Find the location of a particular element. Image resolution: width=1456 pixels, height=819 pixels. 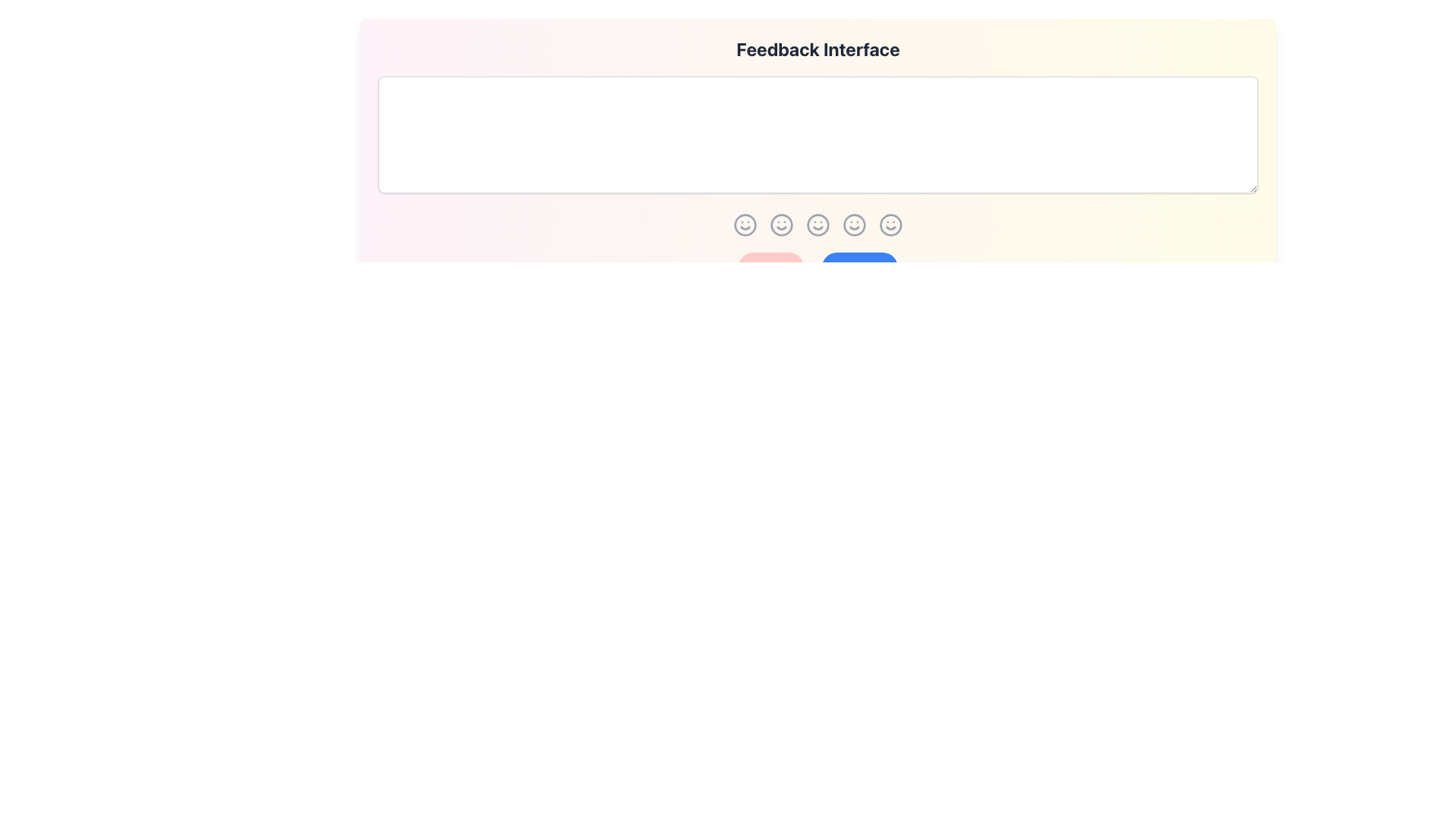

the fifth smiley face icon button in the feedback interface is located at coordinates (855, 225).